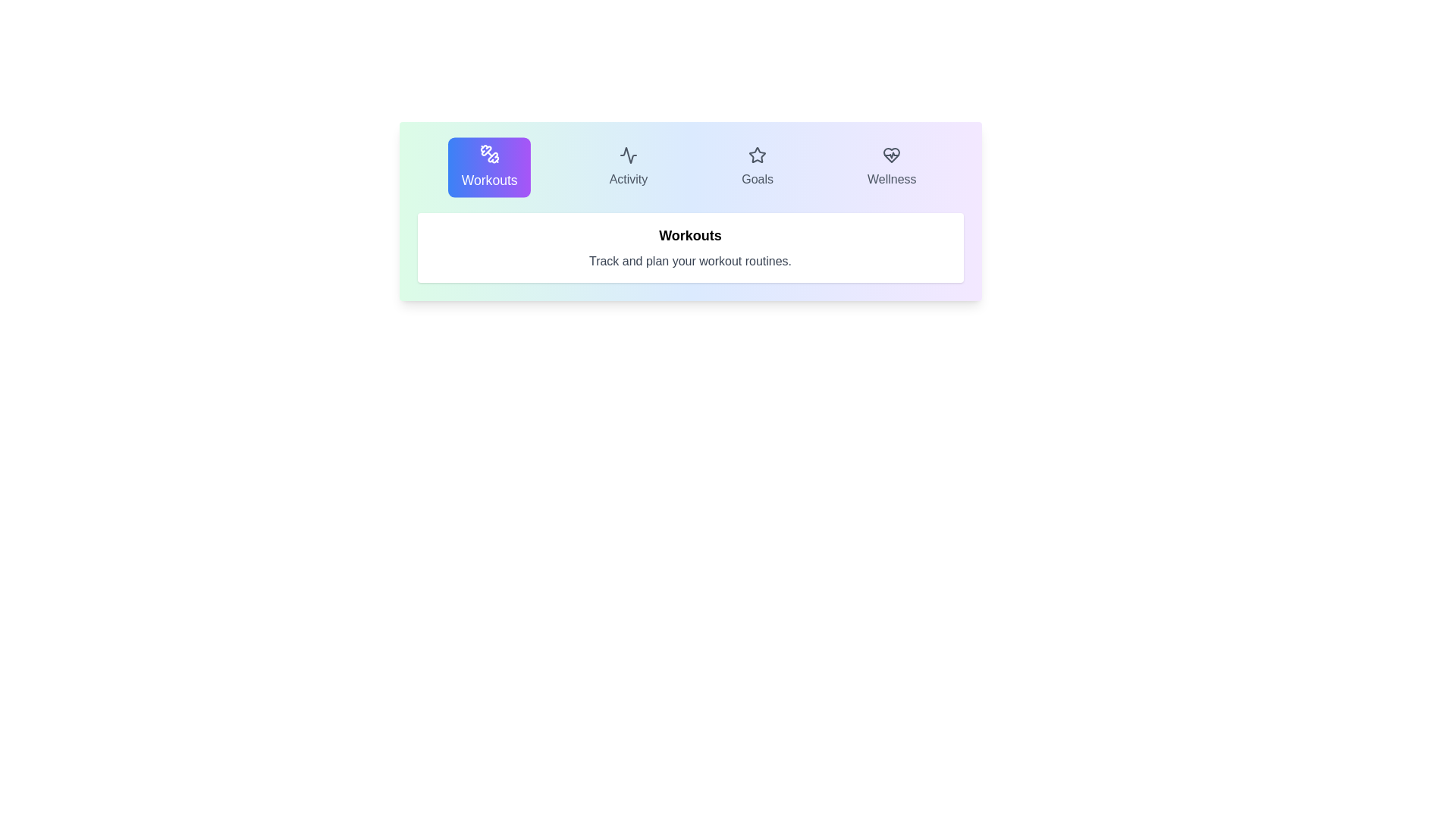 The width and height of the screenshot is (1456, 819). What do you see at coordinates (892, 167) in the screenshot?
I see `the 'Wellness' button, which features a heart icon with a heartbeat line and the text label 'Wellness' below it, located in the top-right corner of a group of navigation elements` at bounding box center [892, 167].